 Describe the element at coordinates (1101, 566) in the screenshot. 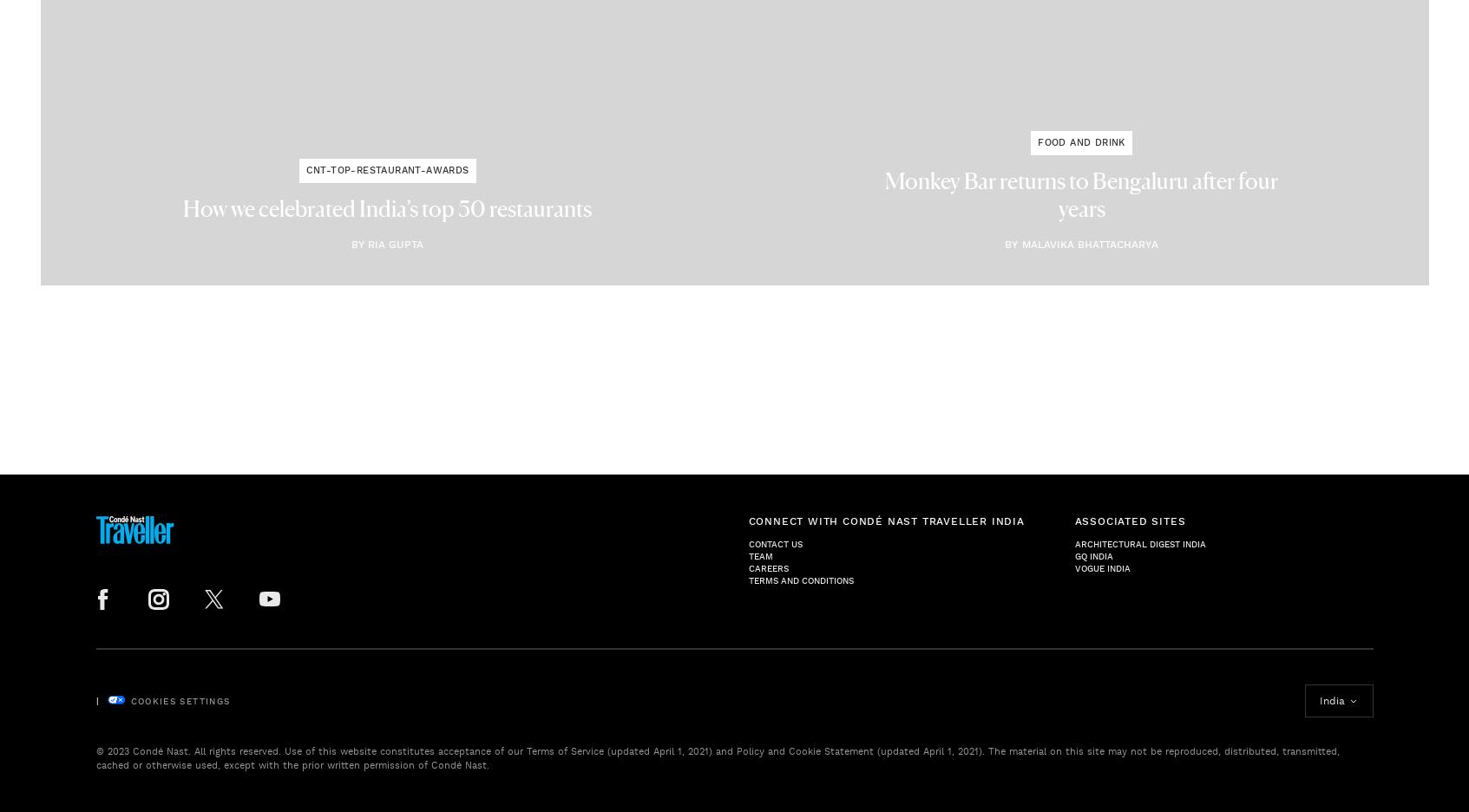

I see `'Vogue India'` at that location.